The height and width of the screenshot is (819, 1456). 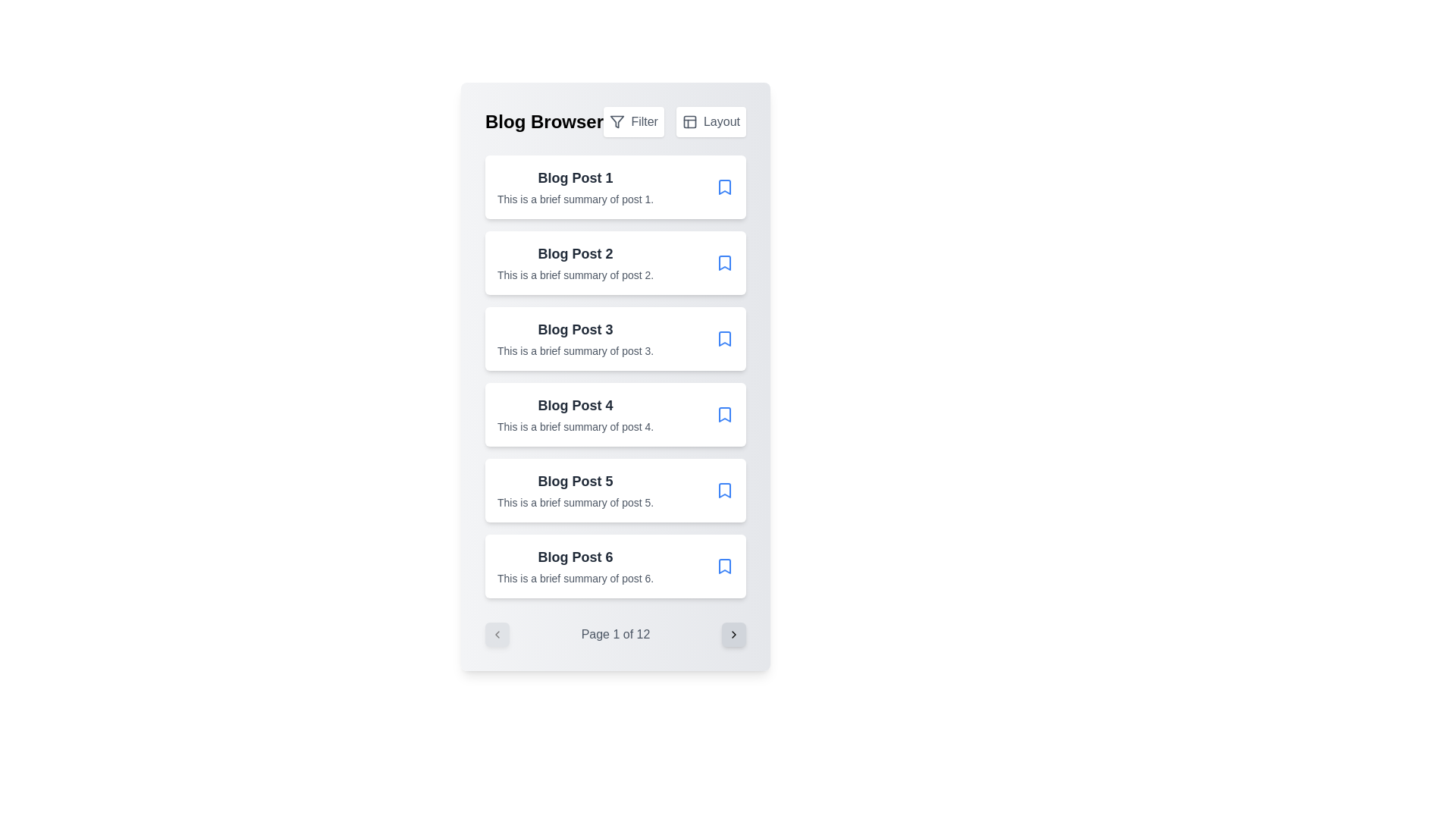 What do you see at coordinates (497, 635) in the screenshot?
I see `the circular button with a leftward chevron located at the bottom left of the pagination section` at bounding box center [497, 635].